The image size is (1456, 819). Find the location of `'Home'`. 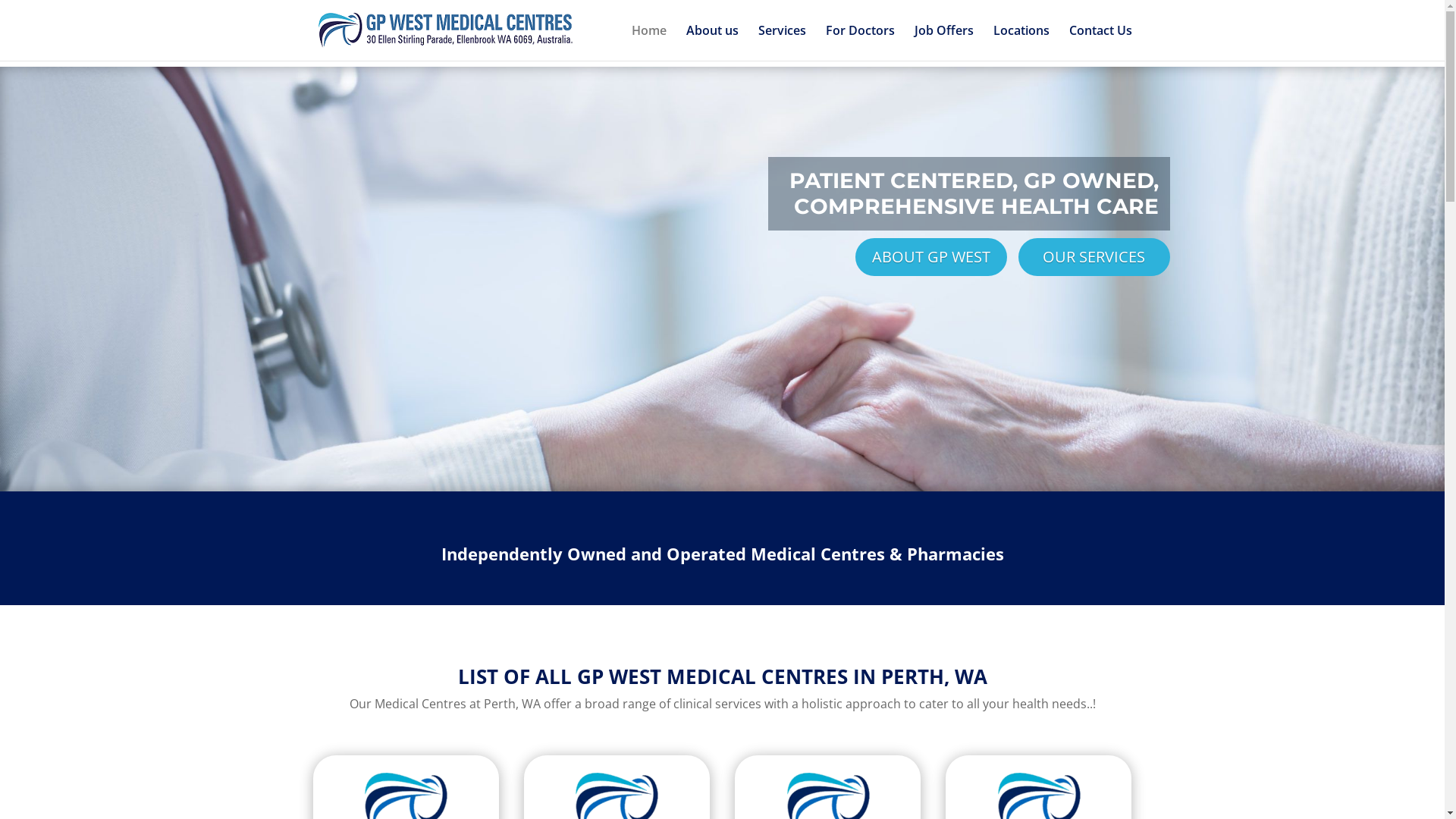

'Home' is located at coordinates (648, 42).